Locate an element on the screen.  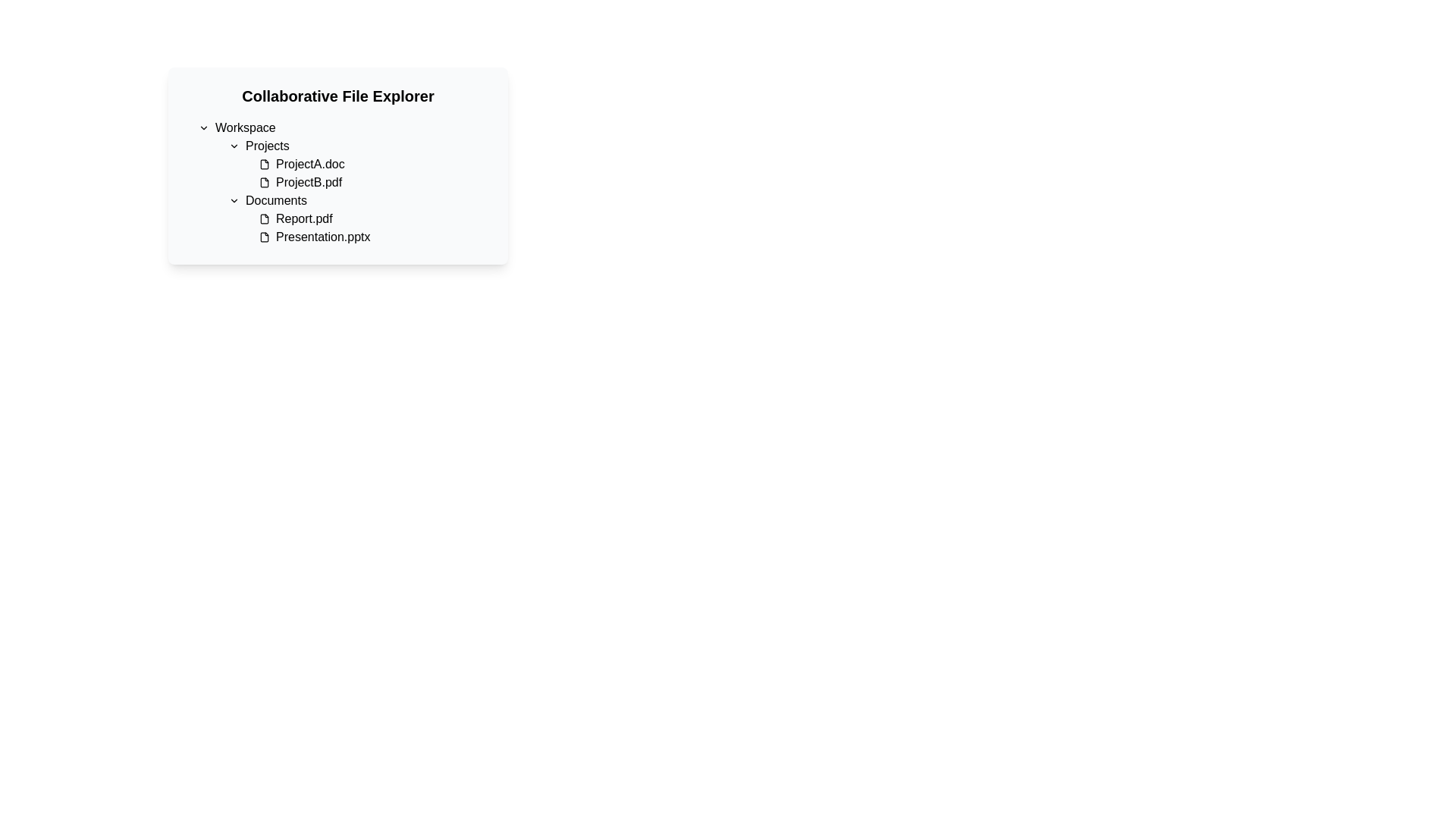
the file item named 'ProjectB.pdf', which is the second item under the 'Projects' section is located at coordinates (375, 181).